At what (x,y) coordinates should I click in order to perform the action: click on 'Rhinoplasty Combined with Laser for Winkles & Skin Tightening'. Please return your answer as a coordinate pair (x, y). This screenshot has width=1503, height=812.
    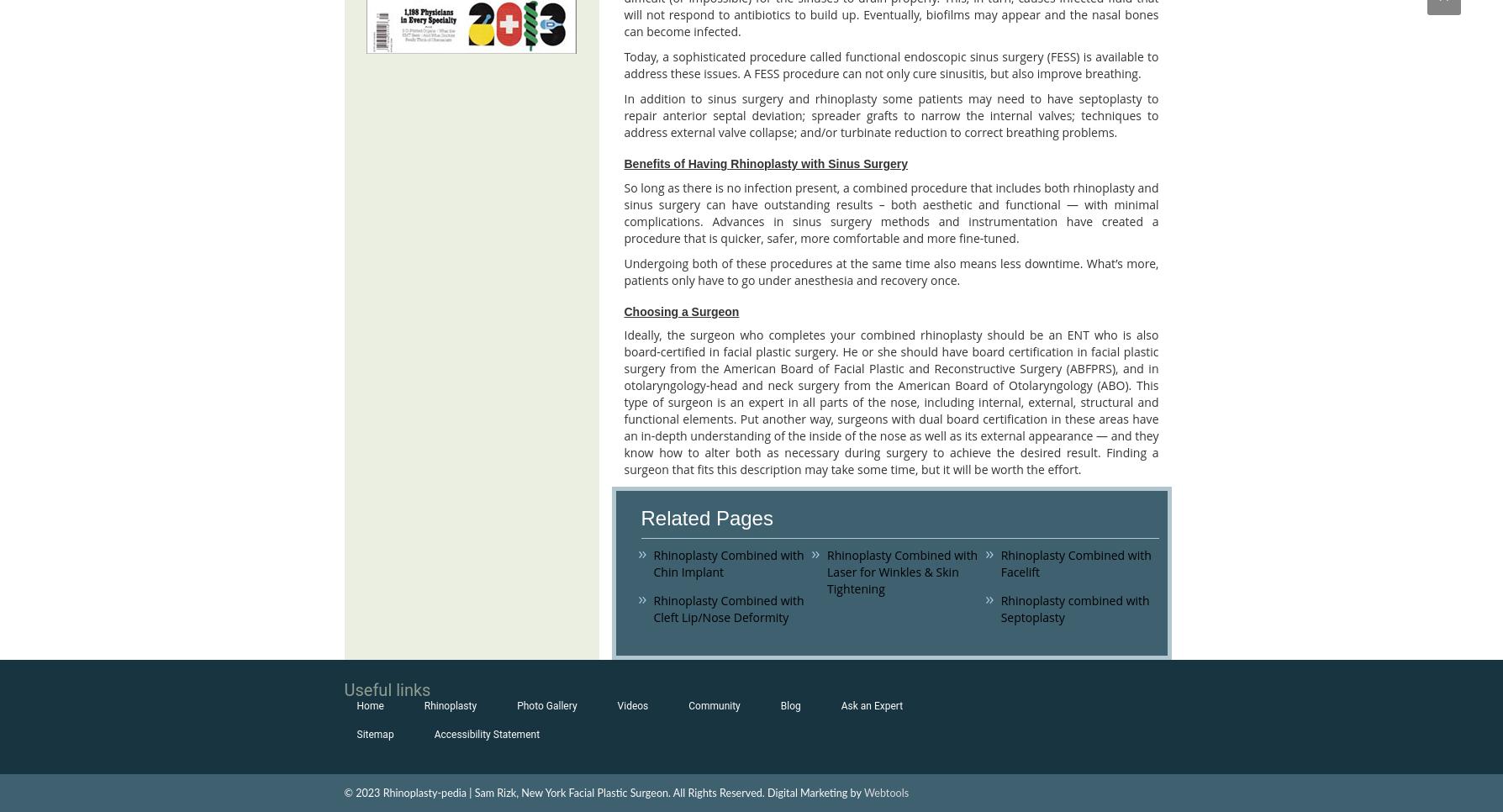
    Looking at the image, I should click on (902, 571).